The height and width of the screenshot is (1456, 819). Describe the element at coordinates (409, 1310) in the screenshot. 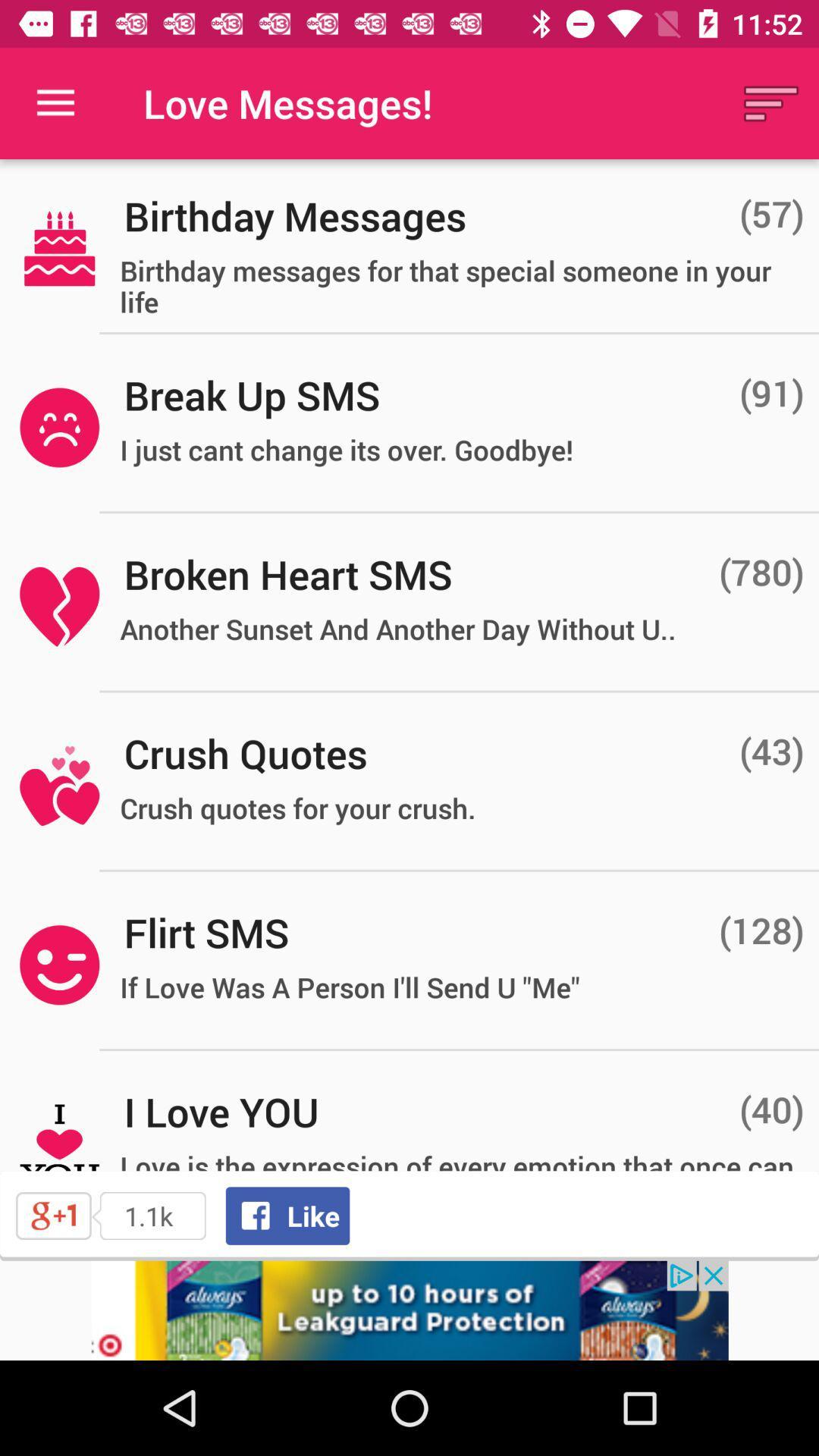

I see `open advertisement` at that location.